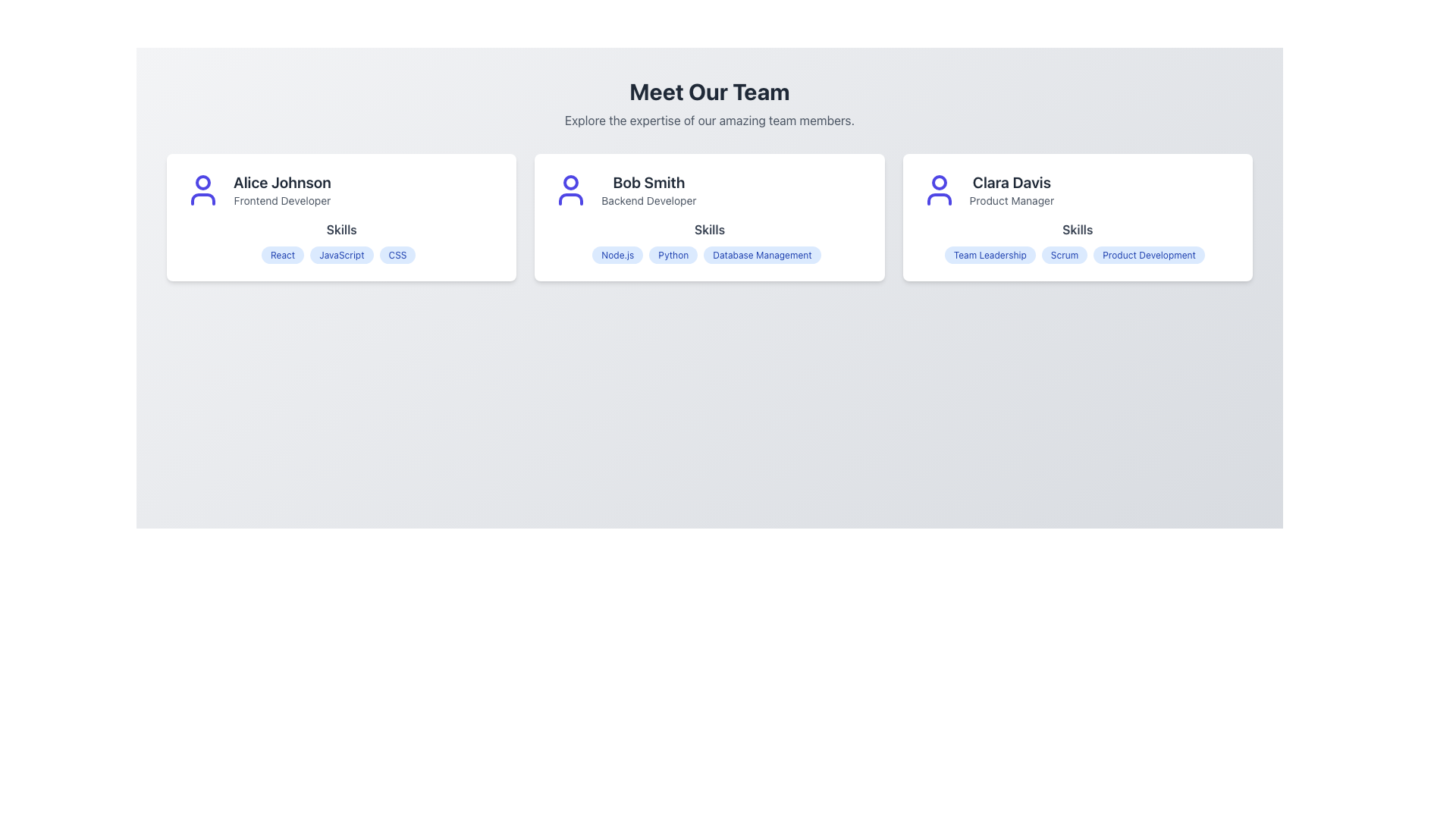 Image resolution: width=1456 pixels, height=819 pixels. I want to click on the Text Label that reads 'Product Manager', which is styled in a smaller, gray font and located below 'Clara Davis' in the rightmost team member card, so click(1012, 200).